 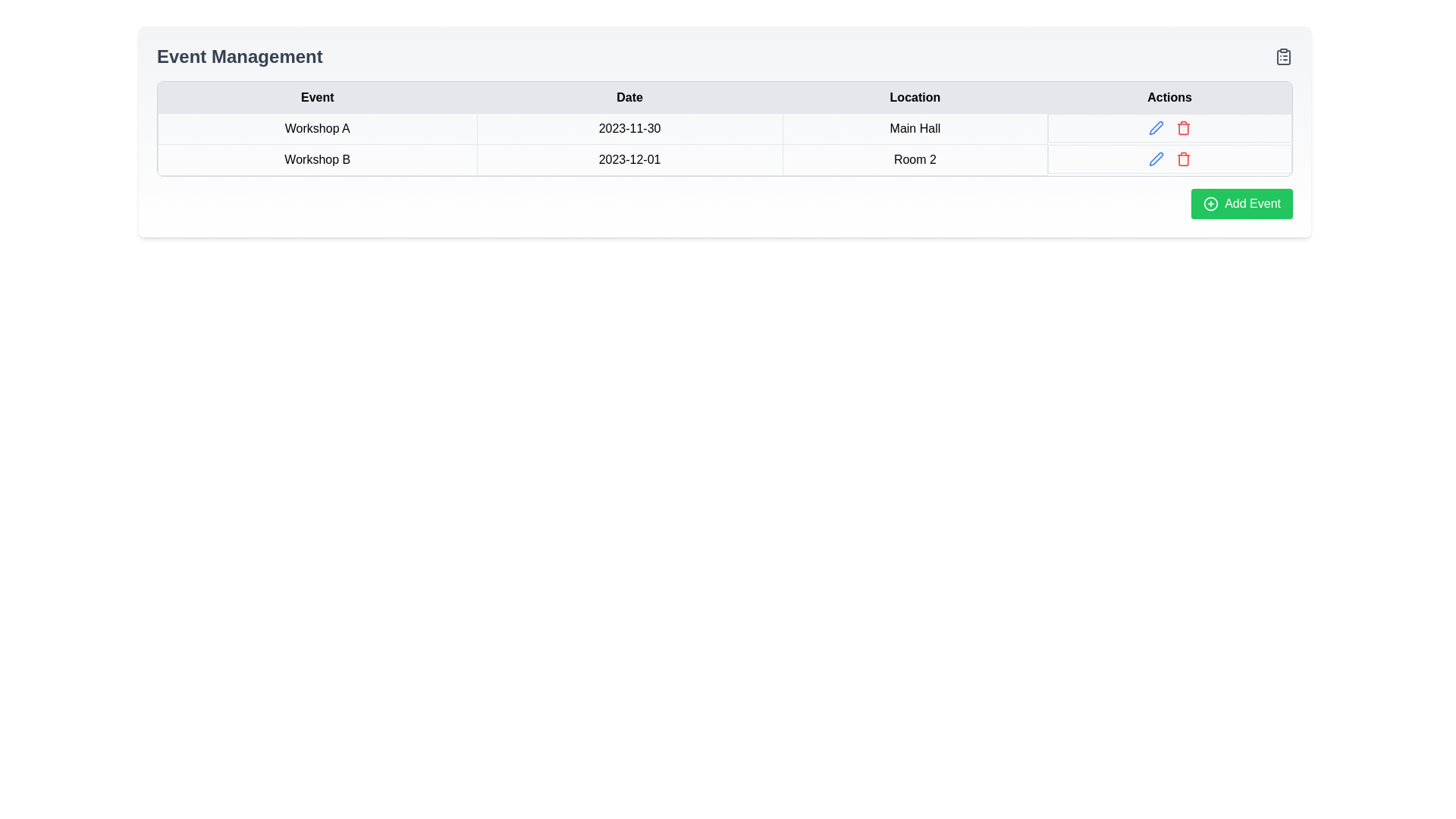 I want to click on the trash bin icon representing the delete functionality for the 'Room 2' entry in the Actions column, so click(x=1182, y=160).